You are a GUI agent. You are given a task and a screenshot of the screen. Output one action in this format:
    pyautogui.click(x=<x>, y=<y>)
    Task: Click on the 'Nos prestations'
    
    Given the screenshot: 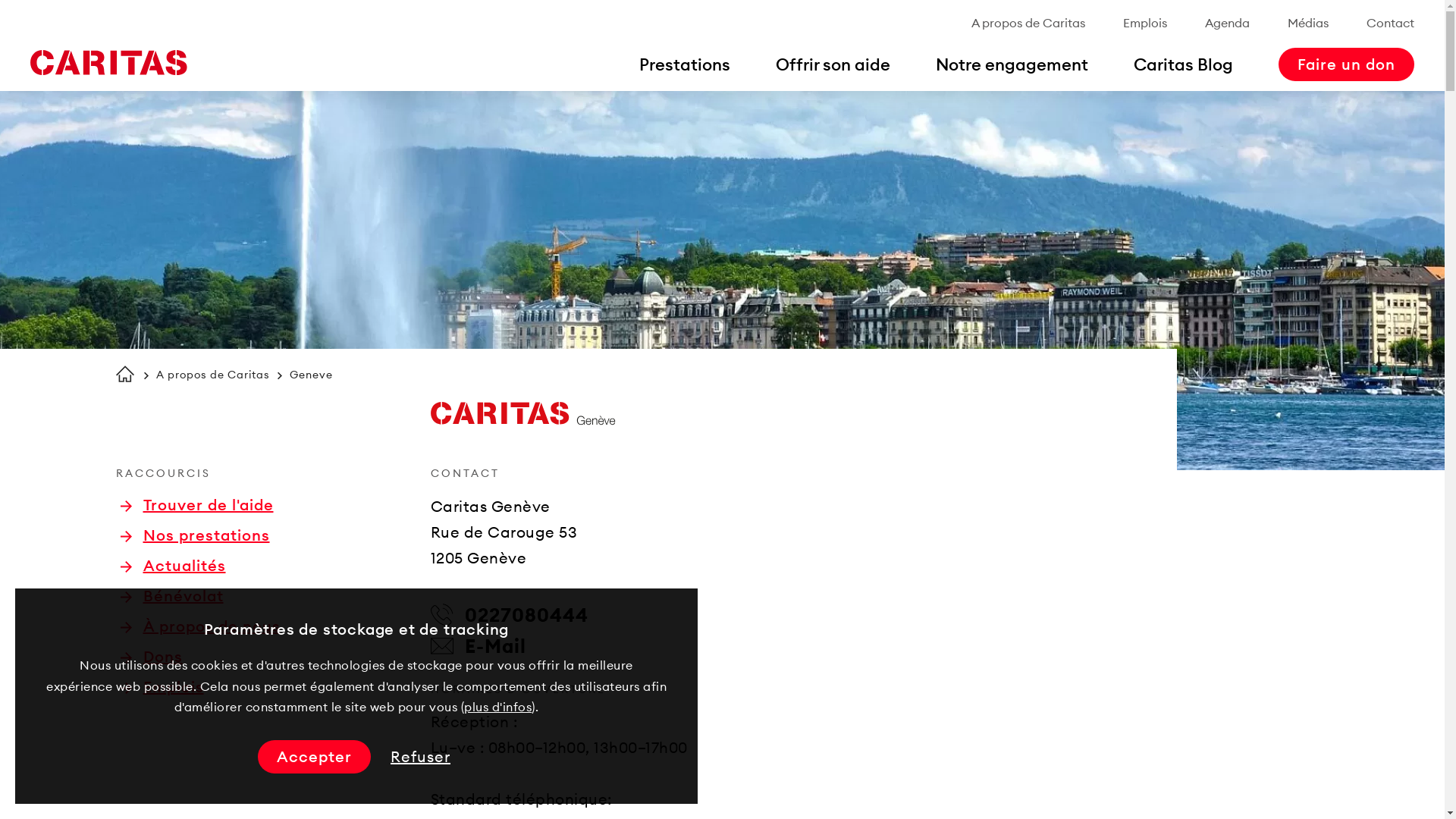 What is the action you would take?
    pyautogui.click(x=193, y=534)
    